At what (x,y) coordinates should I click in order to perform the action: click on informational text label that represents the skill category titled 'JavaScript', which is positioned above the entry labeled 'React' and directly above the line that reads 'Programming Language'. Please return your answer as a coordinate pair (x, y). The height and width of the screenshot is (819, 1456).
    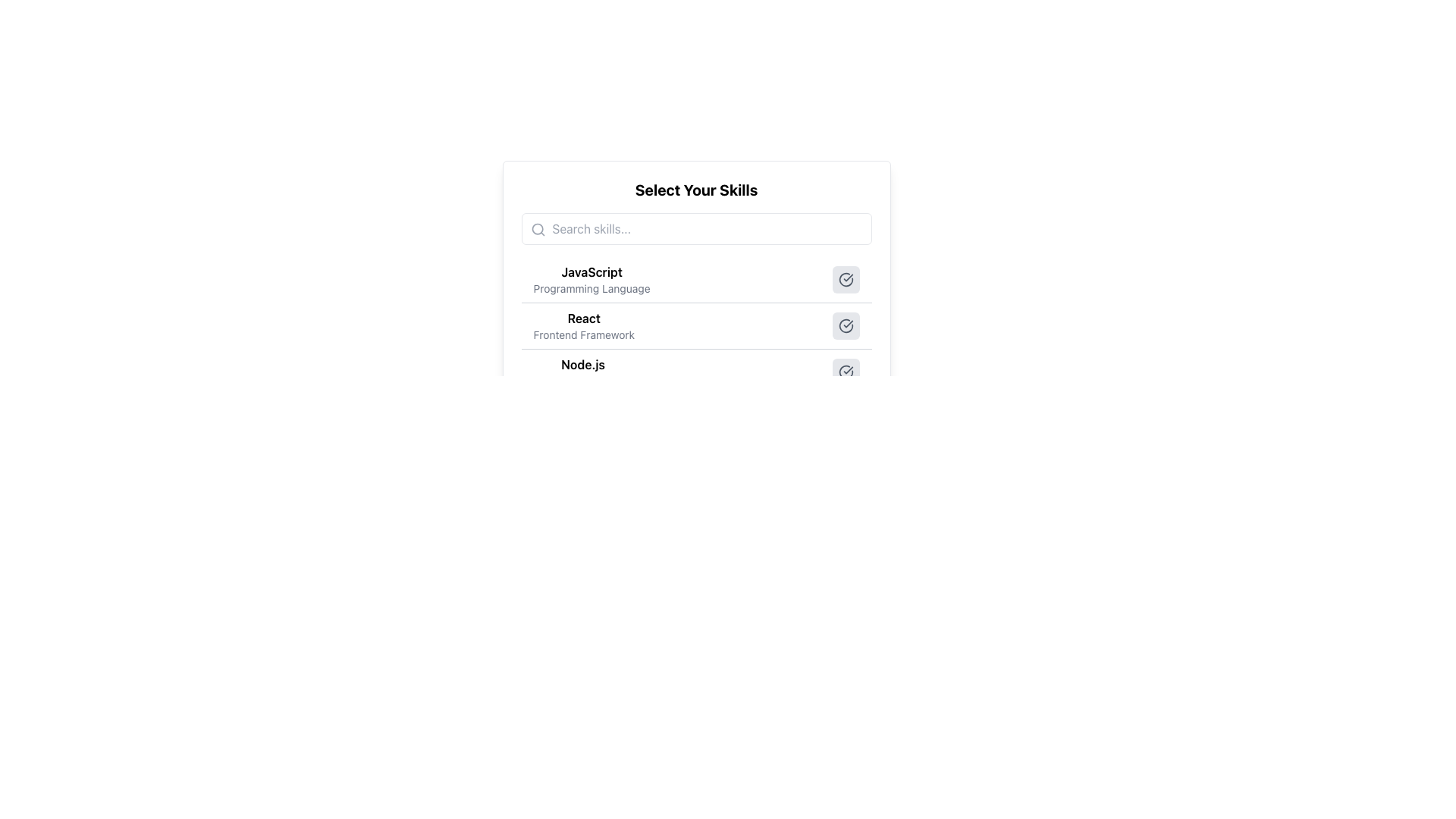
    Looking at the image, I should click on (591, 271).